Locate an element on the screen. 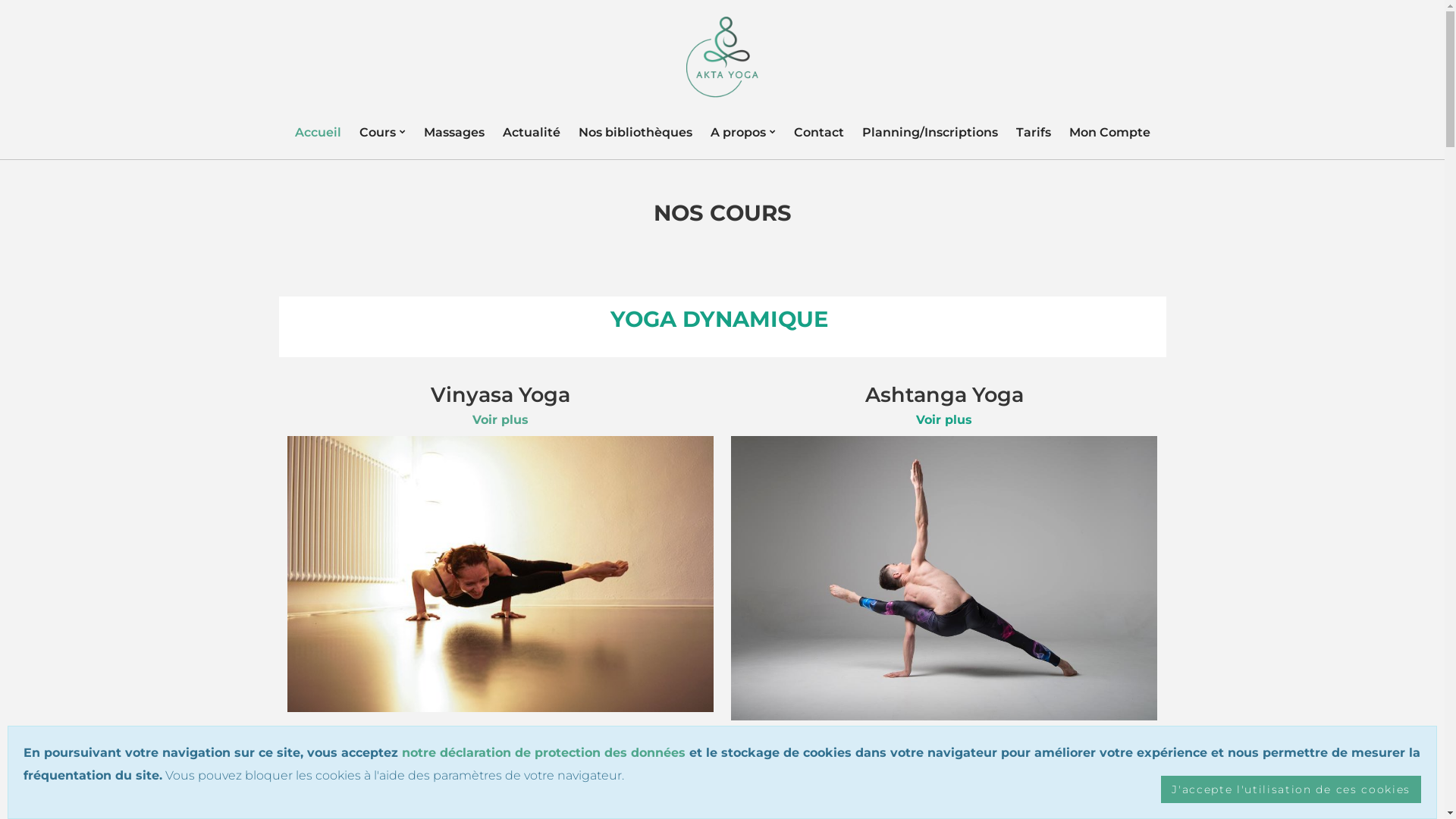 Image resolution: width=1456 pixels, height=819 pixels. 'Voir plus' is located at coordinates (500, 796).